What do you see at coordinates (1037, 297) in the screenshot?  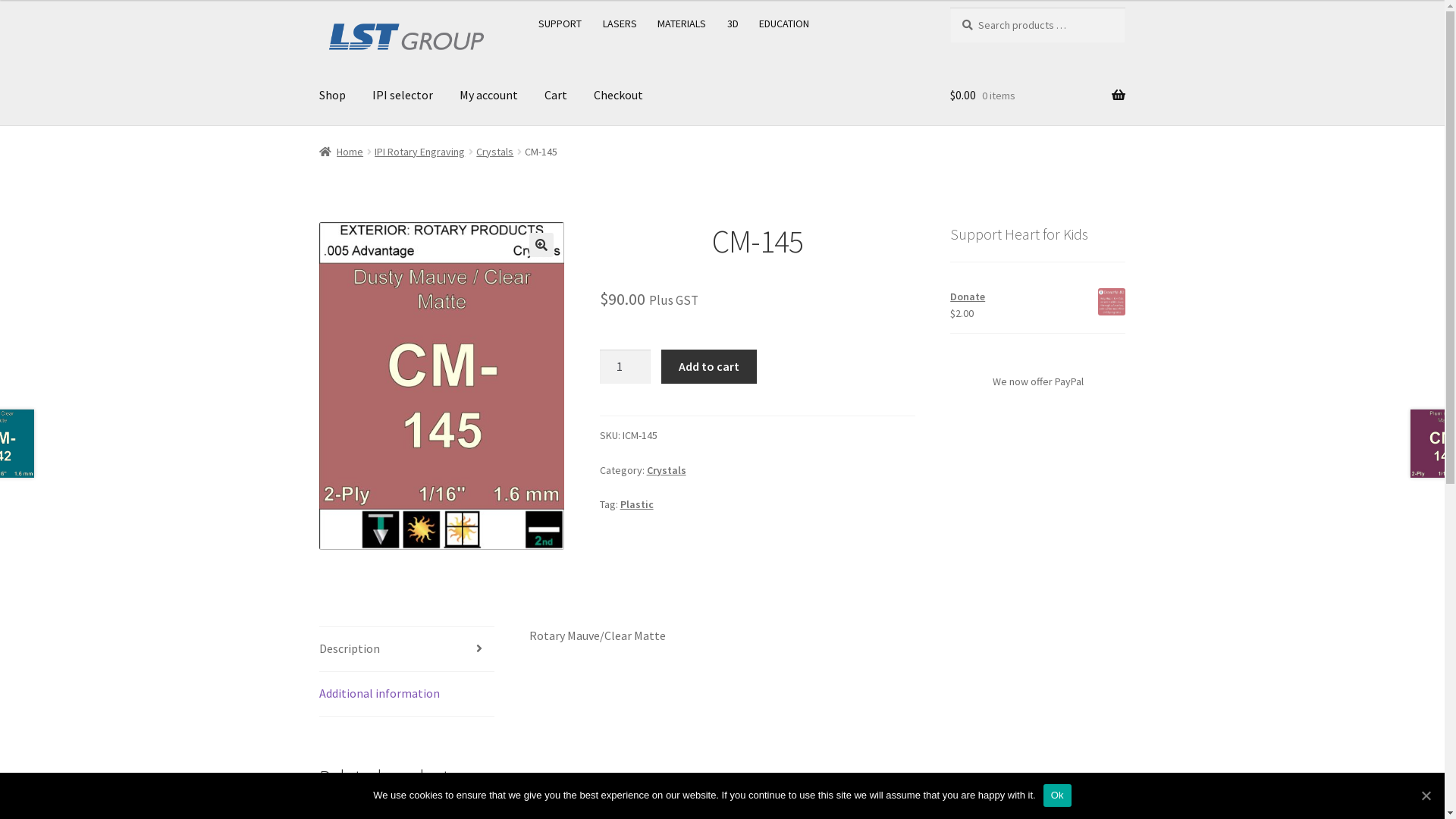 I see `'Donate'` at bounding box center [1037, 297].